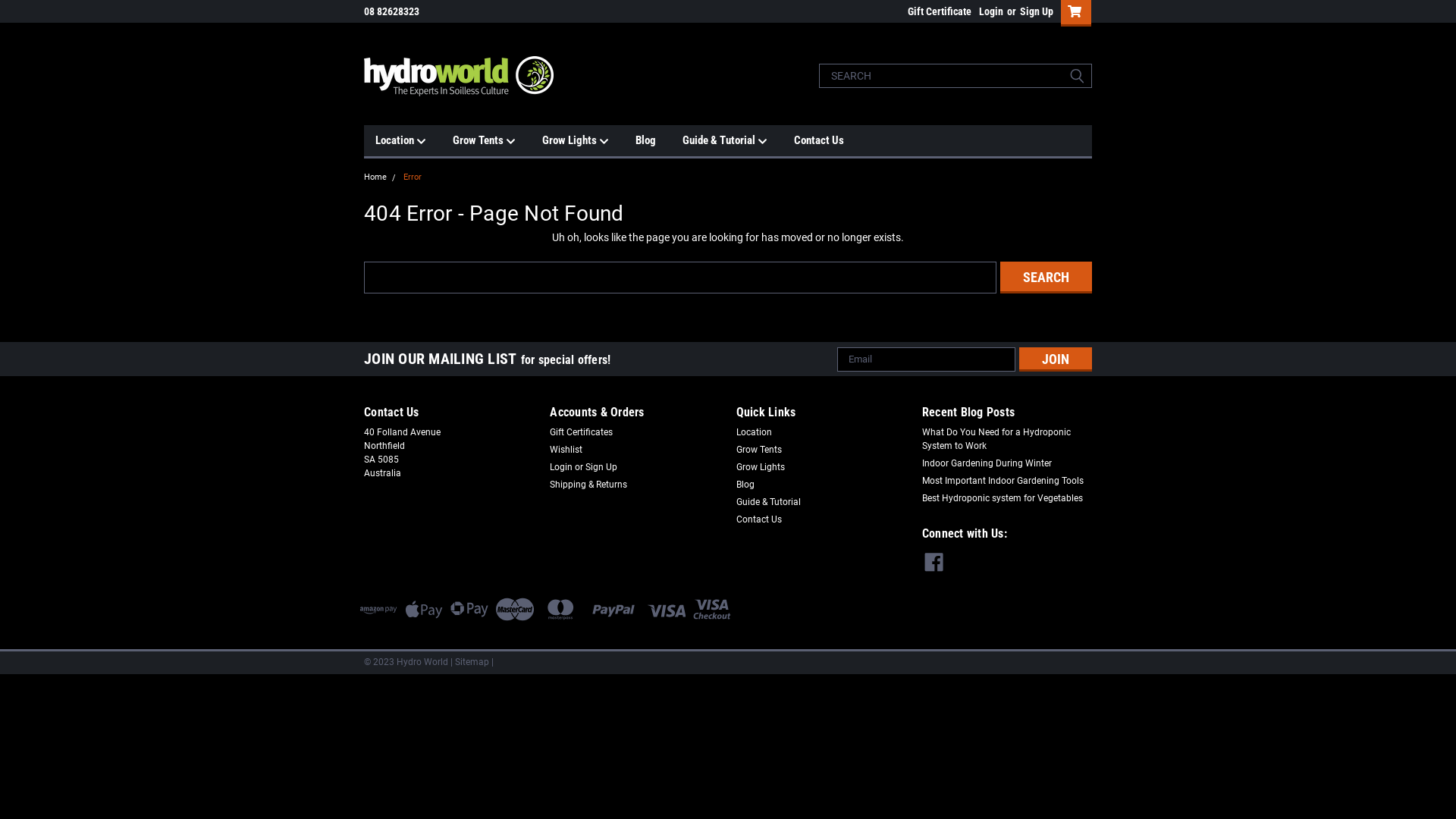 The height and width of the screenshot is (819, 1456). I want to click on 'Best Hydroponic system for Vegetables', so click(1002, 497).